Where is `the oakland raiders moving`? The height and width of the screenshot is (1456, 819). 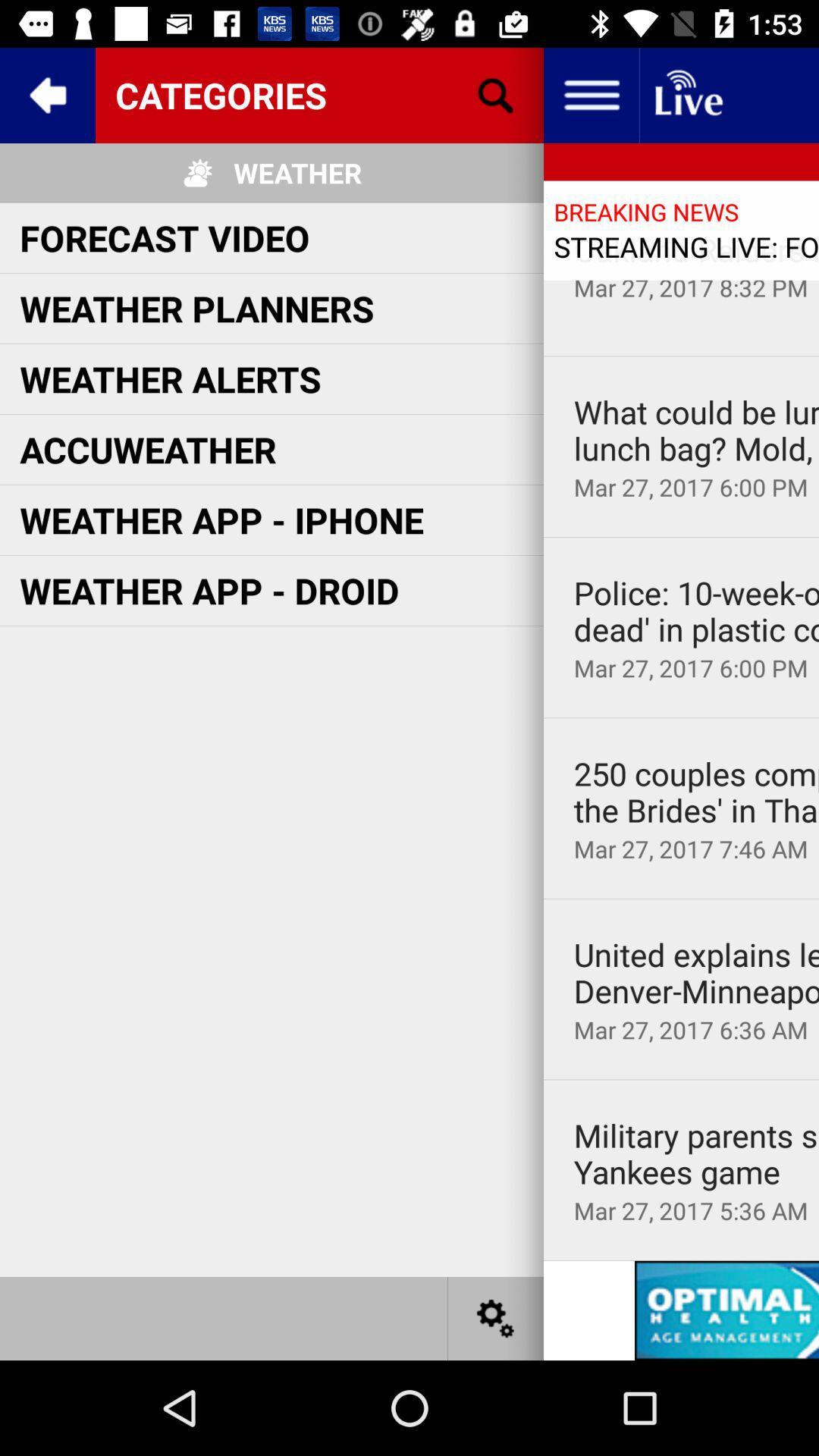
the oakland raiders moving is located at coordinates (696, 249).